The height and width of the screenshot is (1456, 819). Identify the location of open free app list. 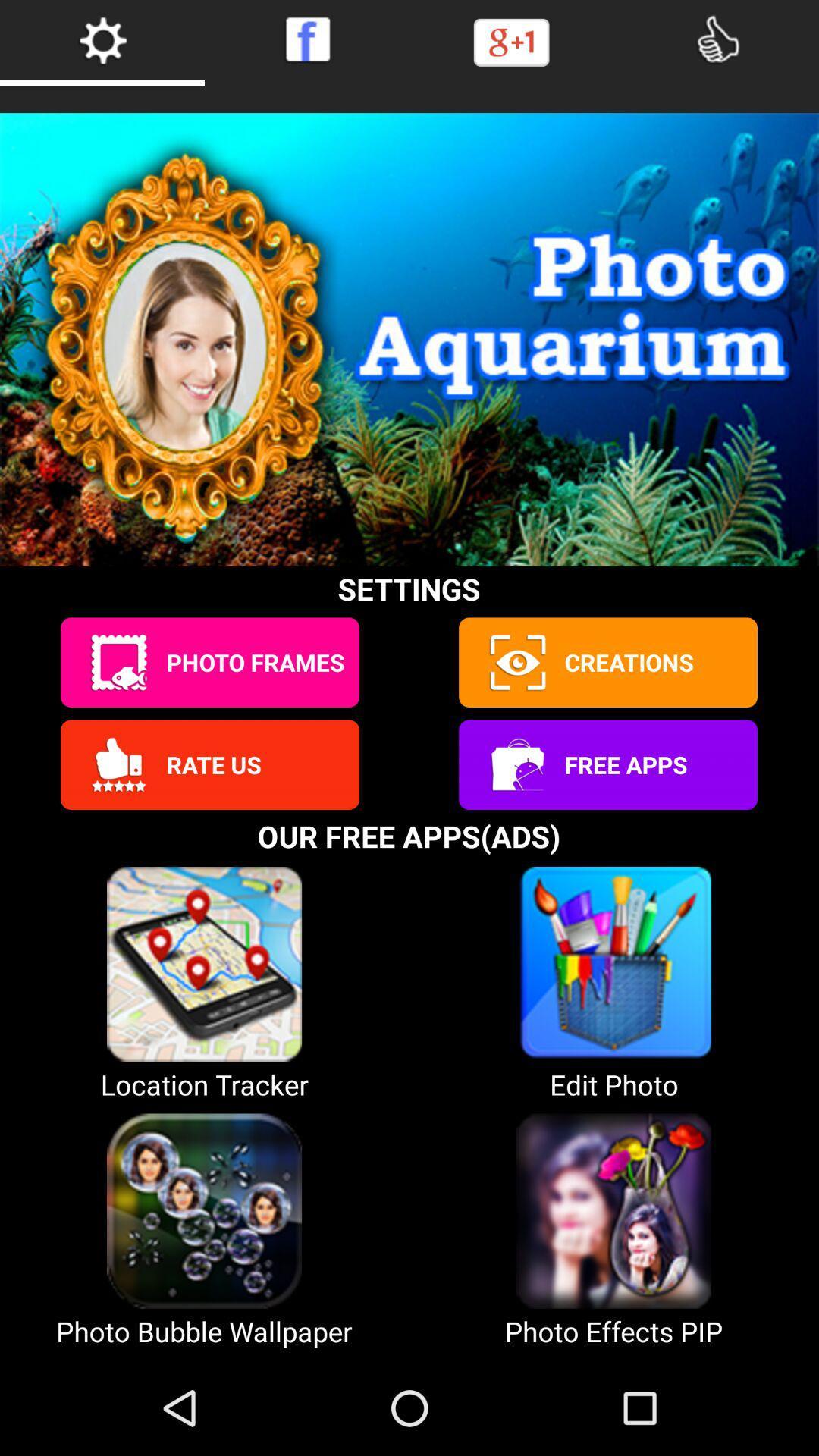
(516, 764).